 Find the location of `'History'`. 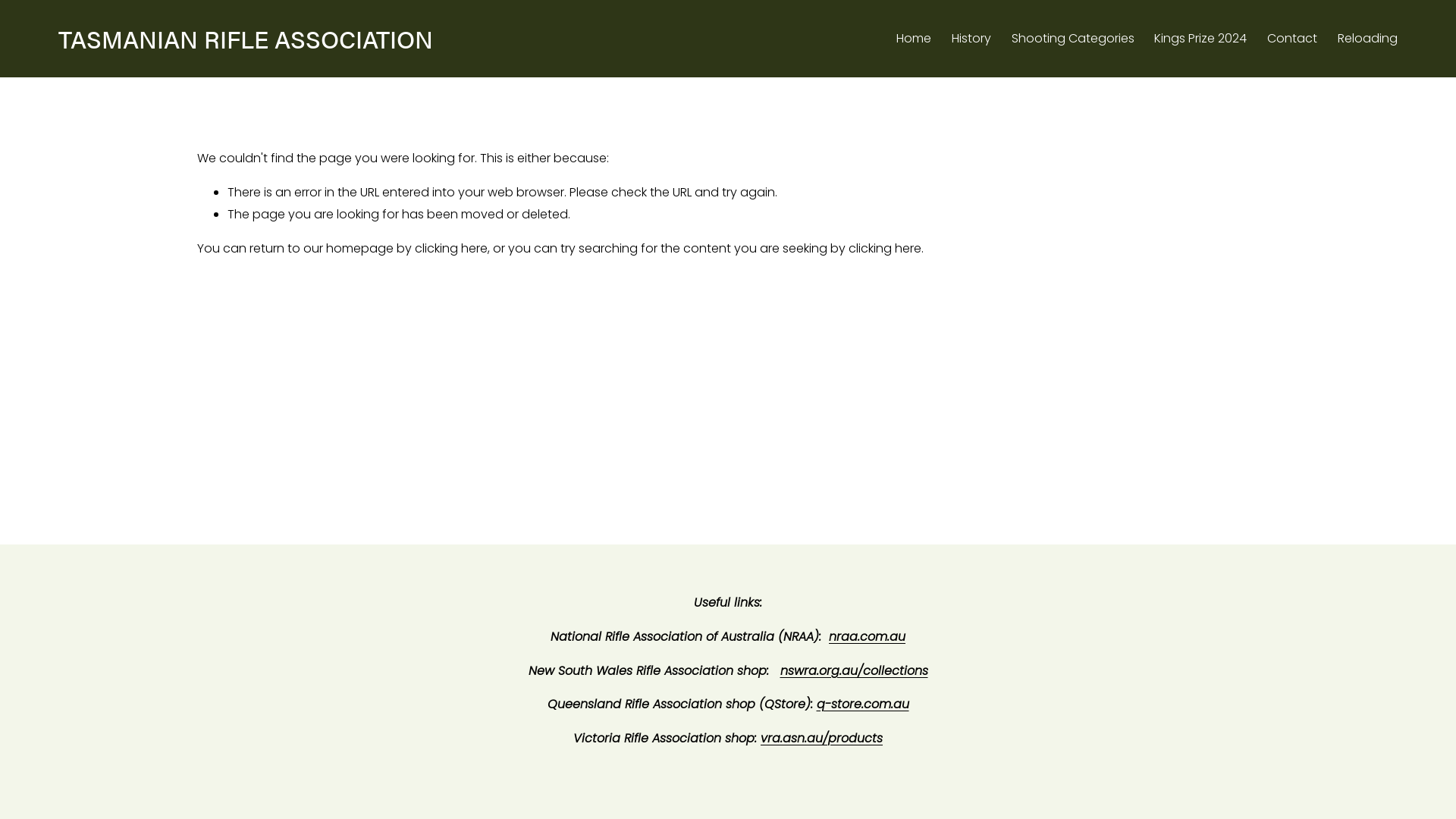

'History' is located at coordinates (971, 37).